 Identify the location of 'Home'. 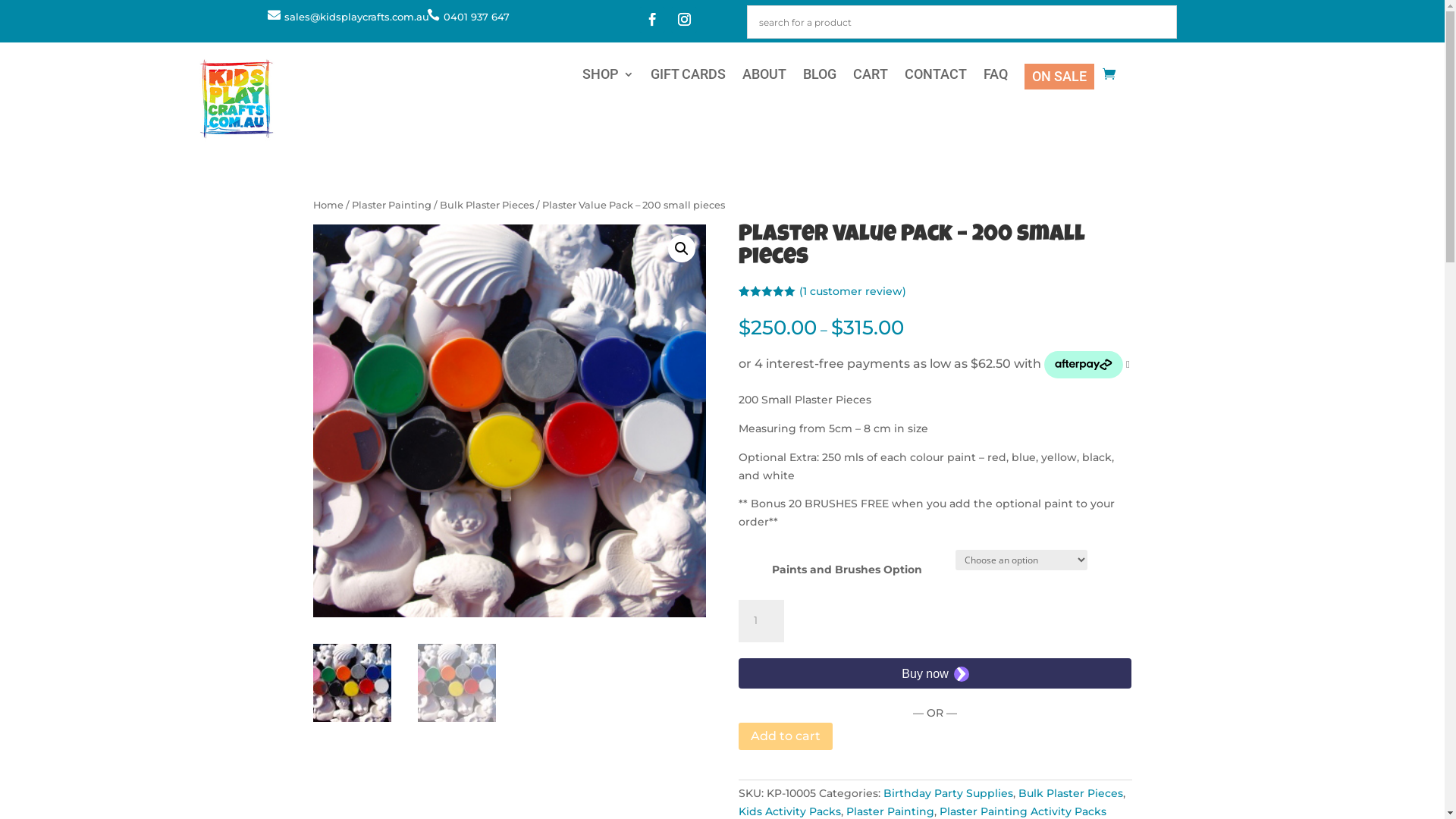
(327, 205).